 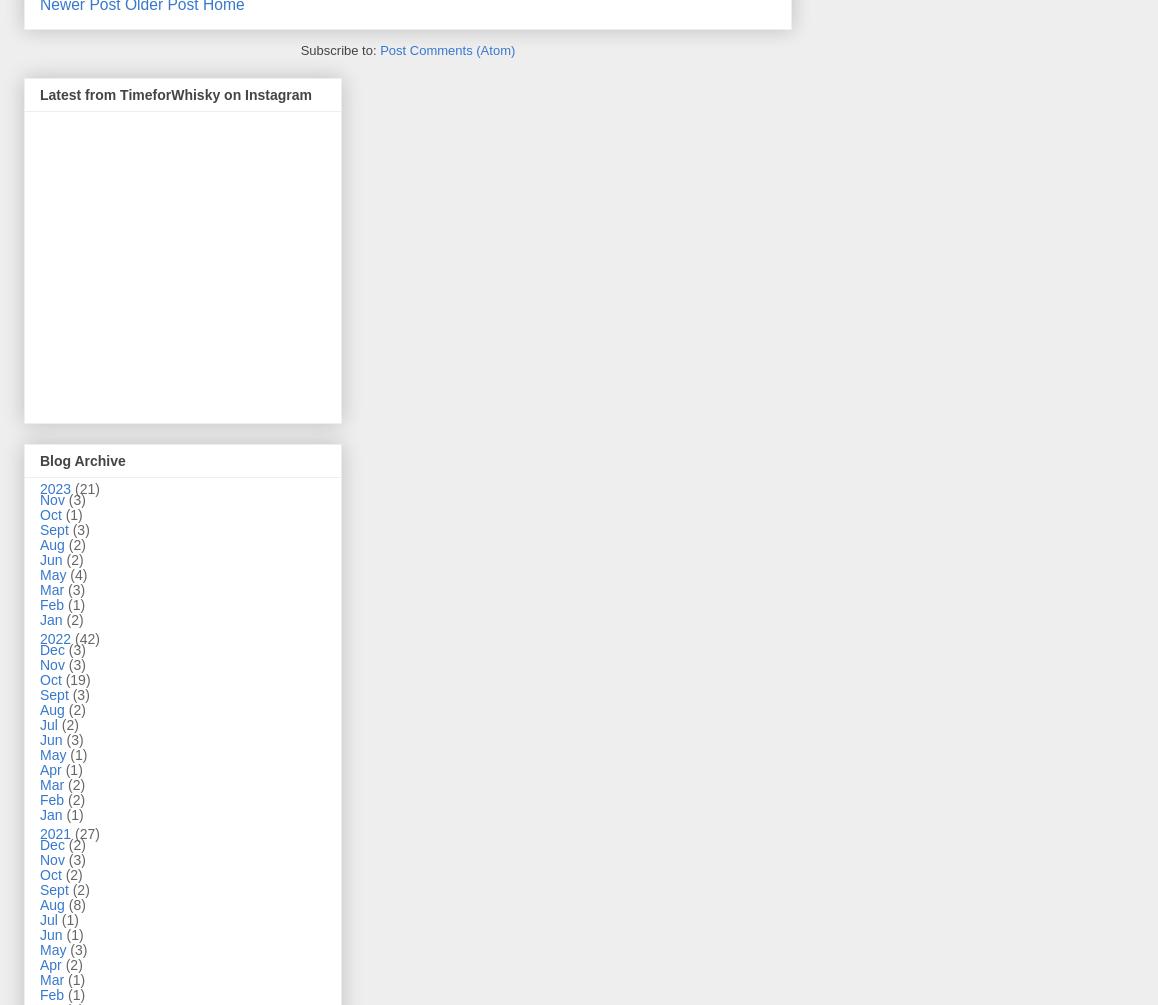 What do you see at coordinates (86, 636) in the screenshot?
I see `'(42)'` at bounding box center [86, 636].